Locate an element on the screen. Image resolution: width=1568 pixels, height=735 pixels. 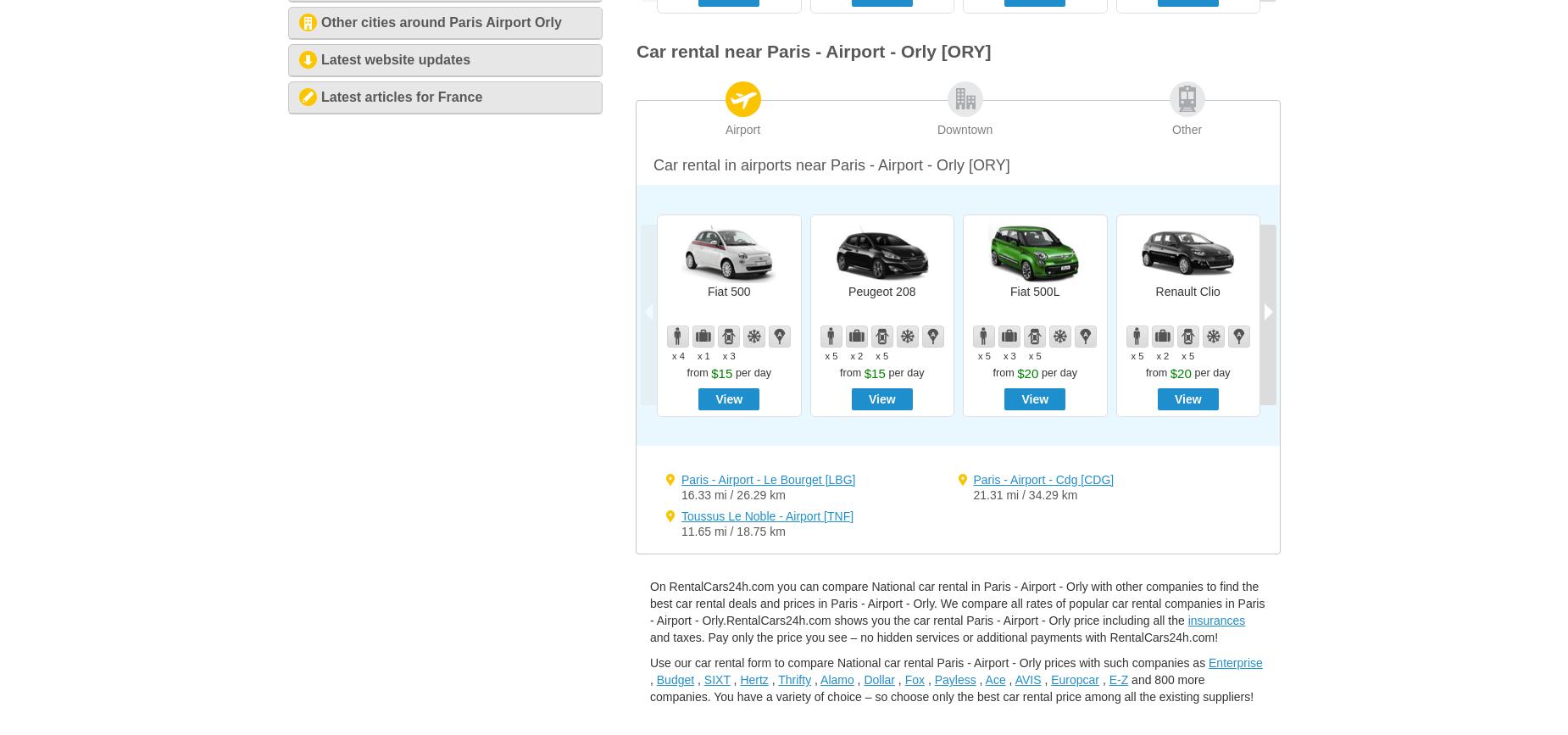
'Use our car rental form to compare National car rental Paris - Airport - Orly prices with such companies as' is located at coordinates (928, 662).